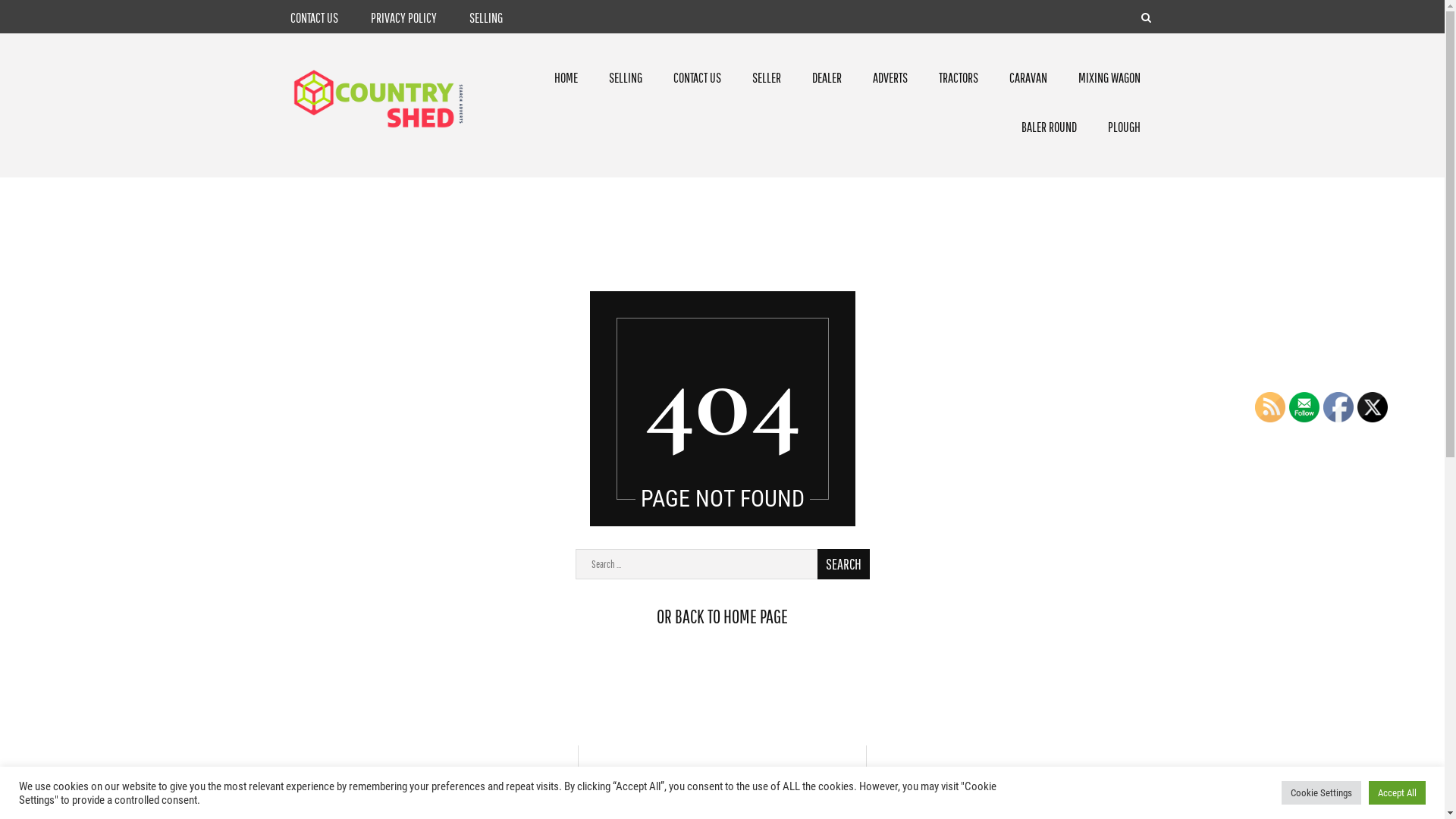 The width and height of the screenshot is (1456, 819). Describe the element at coordinates (956, 77) in the screenshot. I see `'TRACTORS'` at that location.